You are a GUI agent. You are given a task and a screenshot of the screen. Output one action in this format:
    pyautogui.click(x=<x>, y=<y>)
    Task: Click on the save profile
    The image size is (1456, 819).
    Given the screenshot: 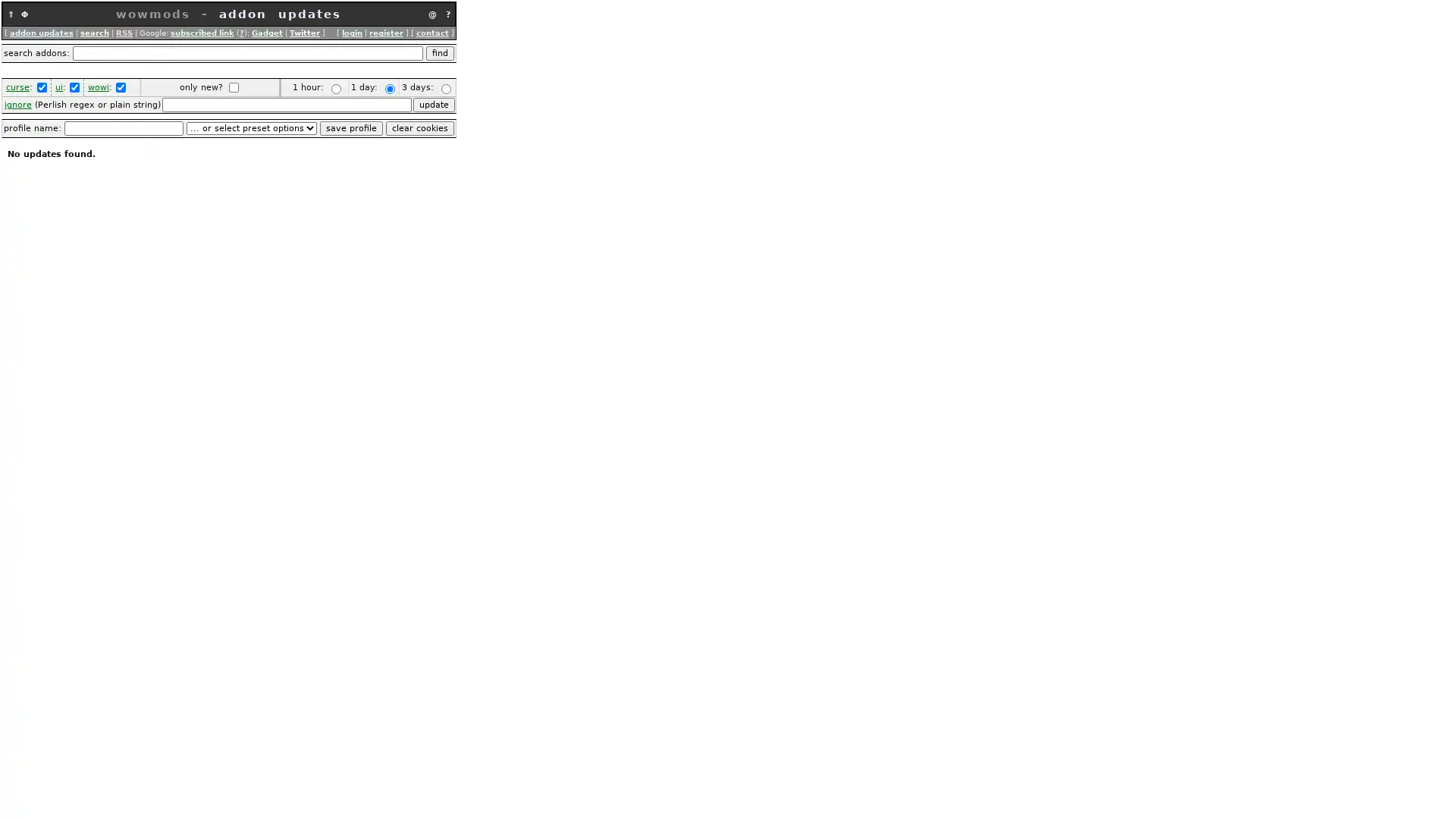 What is the action you would take?
    pyautogui.click(x=350, y=127)
    